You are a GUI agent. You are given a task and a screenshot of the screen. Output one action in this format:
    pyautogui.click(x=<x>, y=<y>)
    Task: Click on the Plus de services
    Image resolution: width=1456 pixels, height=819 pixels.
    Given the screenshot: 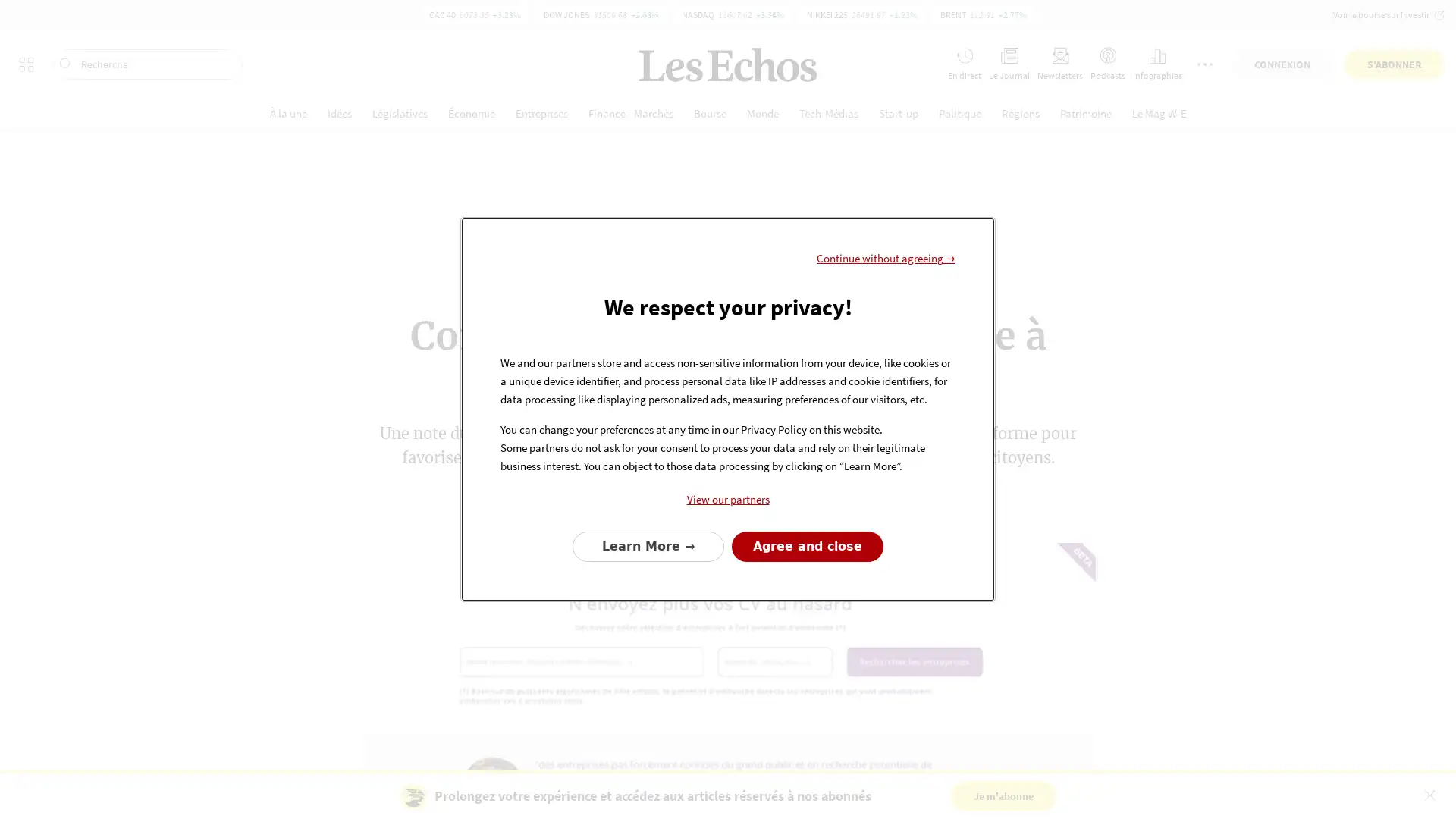 What is the action you would take?
    pyautogui.click(x=1203, y=20)
    